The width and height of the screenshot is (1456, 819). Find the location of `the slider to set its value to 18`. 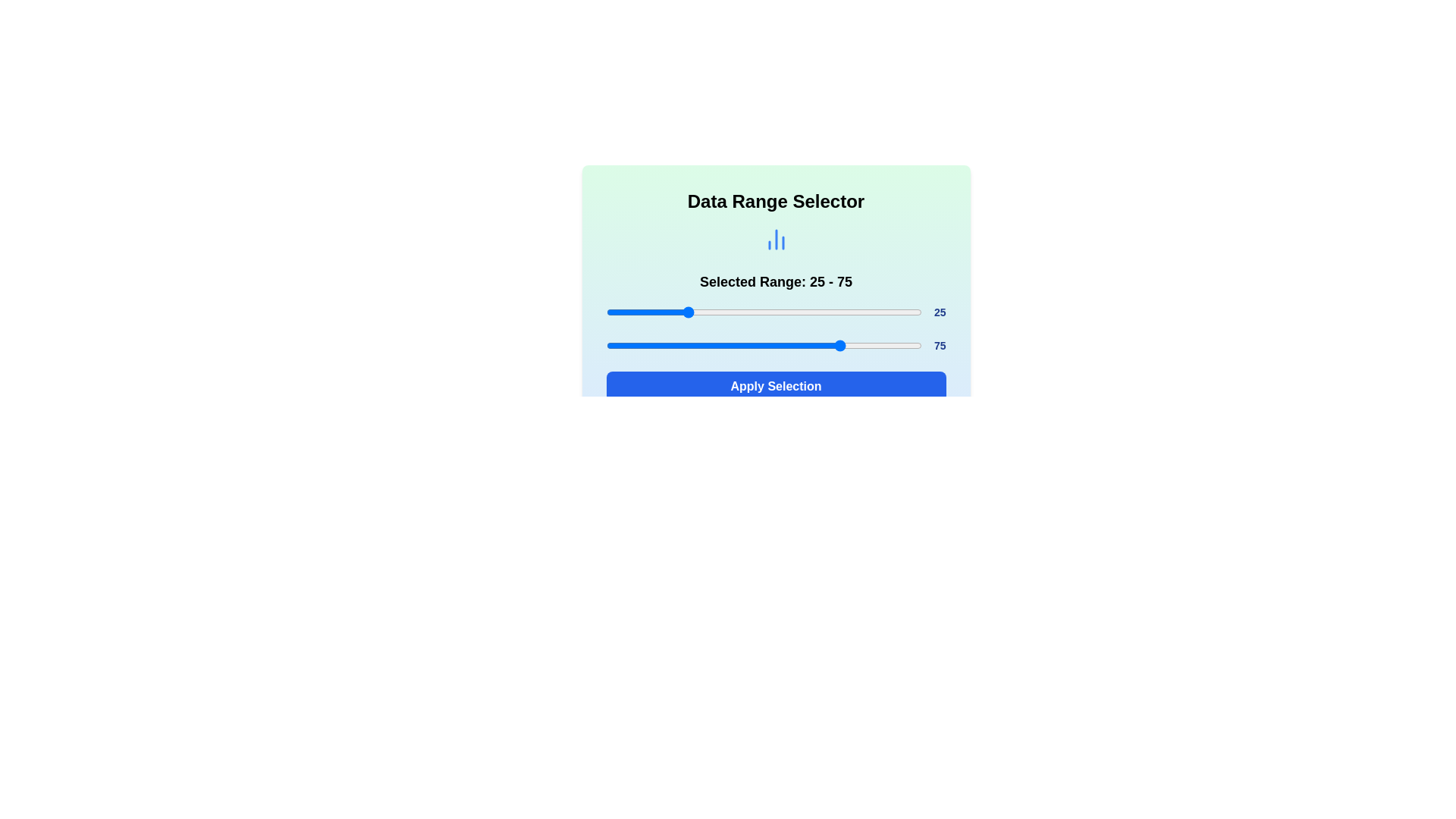

the slider to set its value to 18 is located at coordinates (663, 312).